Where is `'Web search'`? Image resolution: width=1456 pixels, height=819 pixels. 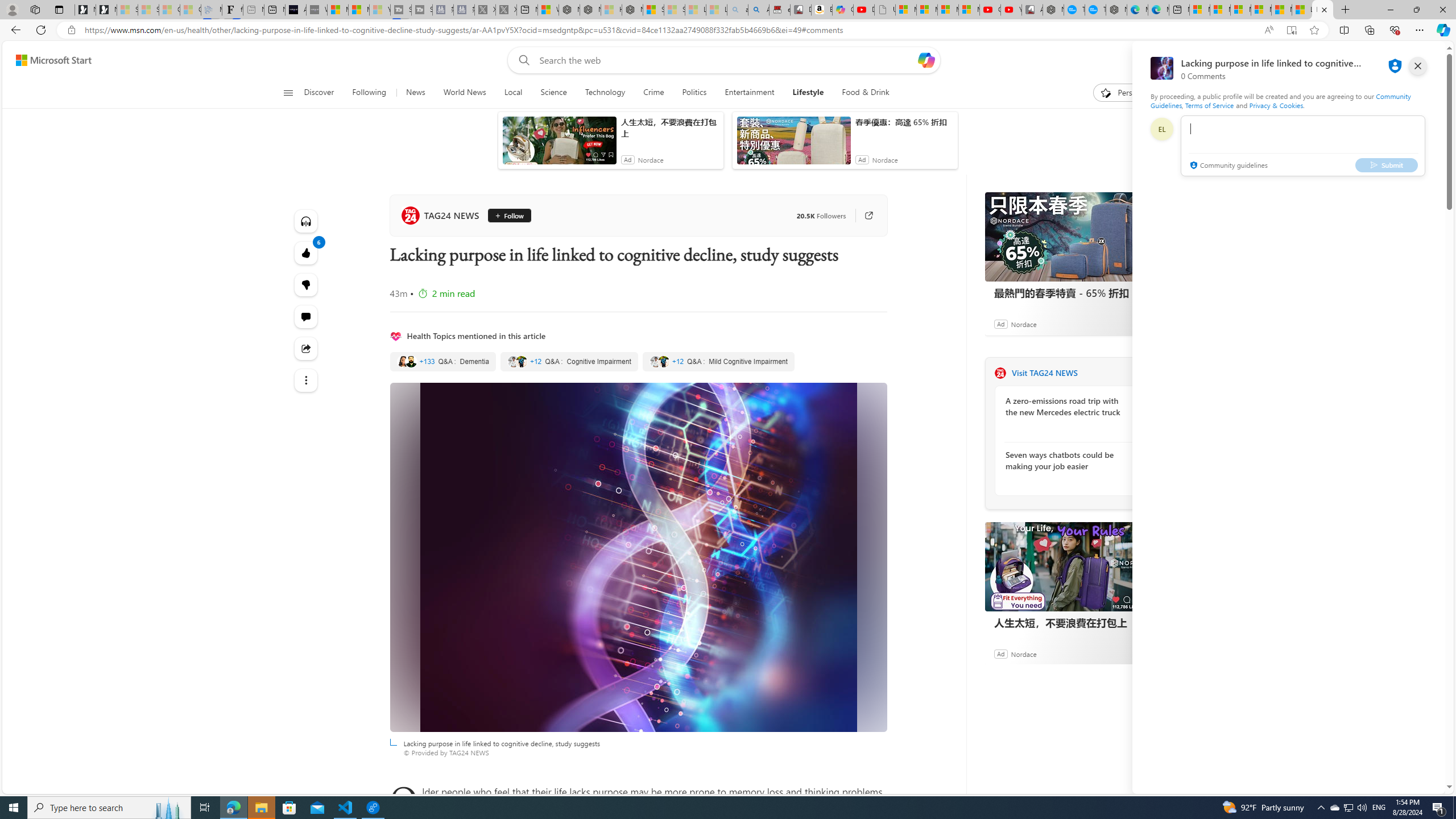
'Web search' is located at coordinates (521, 60).